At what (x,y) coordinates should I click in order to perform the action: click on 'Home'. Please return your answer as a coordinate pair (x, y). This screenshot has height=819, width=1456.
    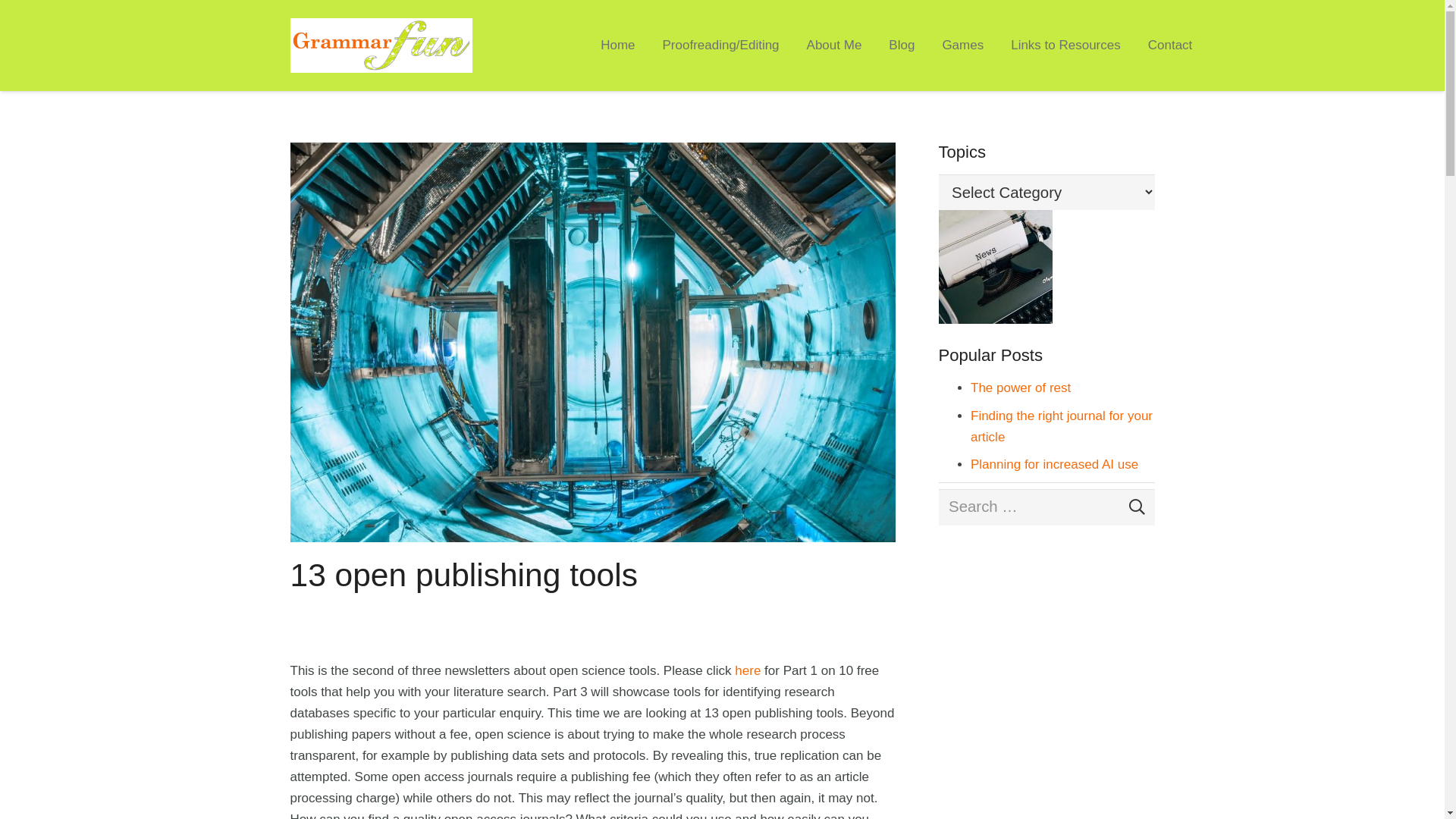
    Looking at the image, I should click on (617, 45).